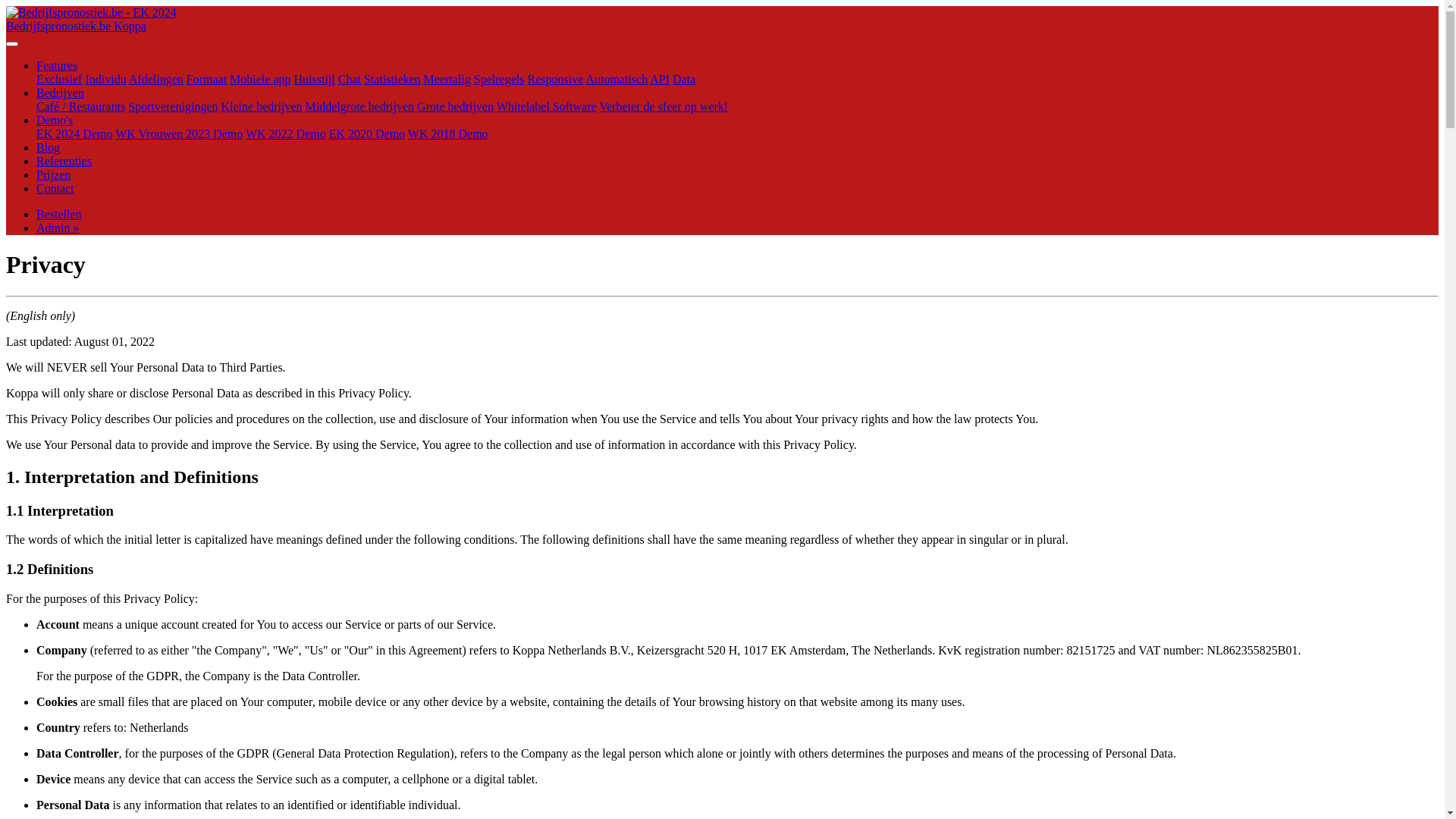 The height and width of the screenshot is (819, 1456). What do you see at coordinates (172, 105) in the screenshot?
I see `'Sportverenigingen'` at bounding box center [172, 105].